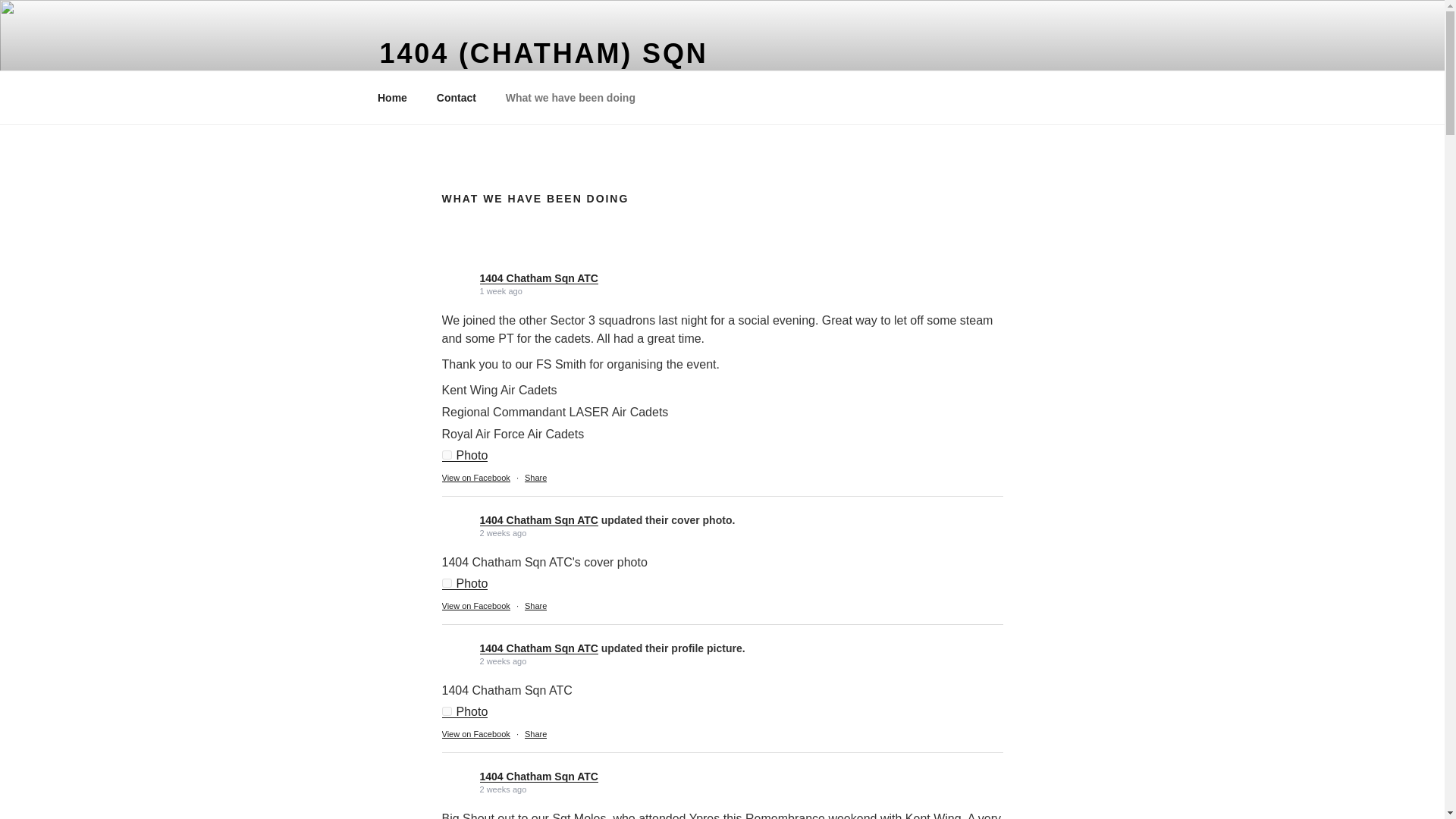 The width and height of the screenshot is (1456, 819). I want to click on '1404 Chatham Sqn ATC', so click(538, 278).